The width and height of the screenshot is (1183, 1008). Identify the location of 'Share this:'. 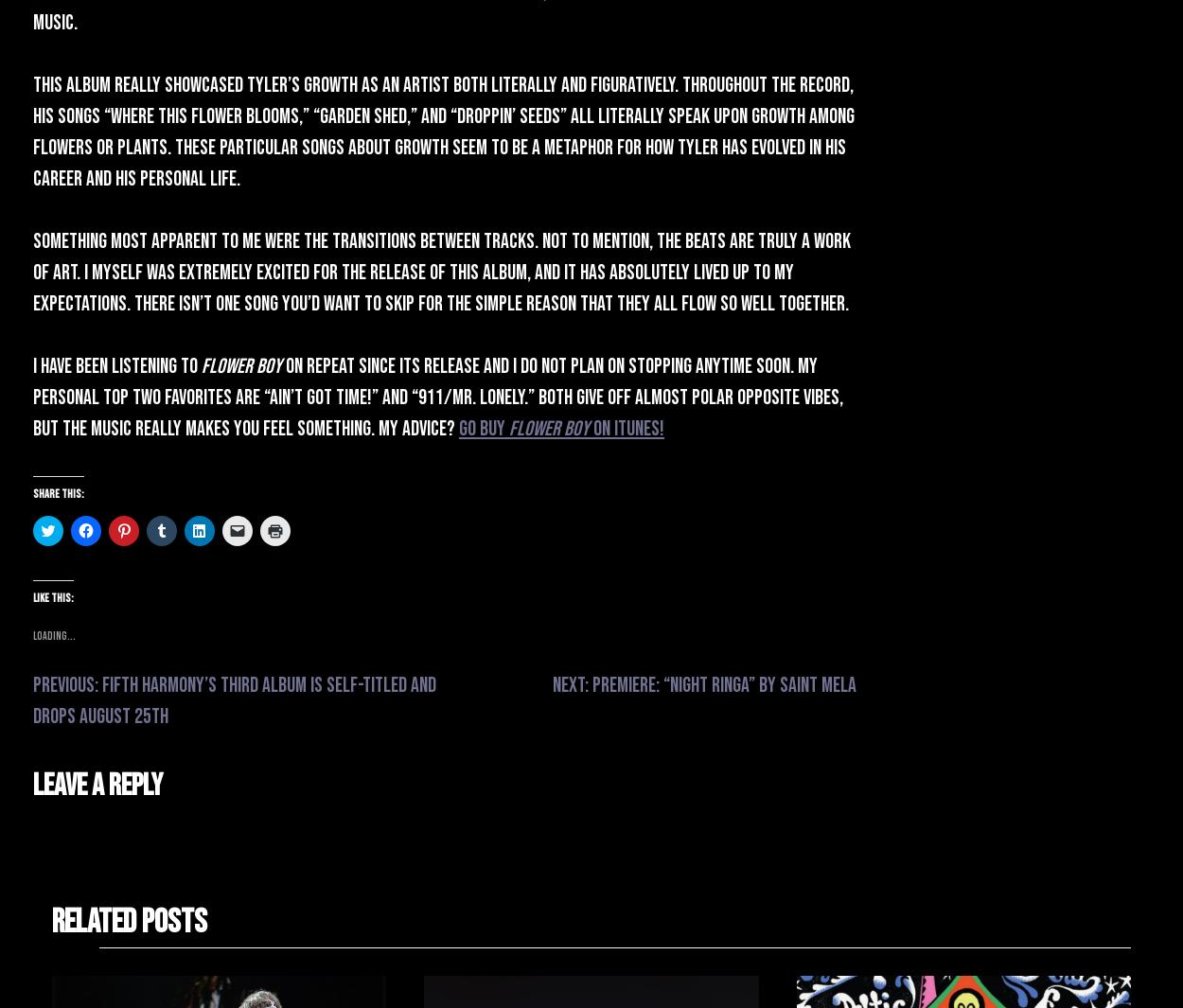
(59, 493).